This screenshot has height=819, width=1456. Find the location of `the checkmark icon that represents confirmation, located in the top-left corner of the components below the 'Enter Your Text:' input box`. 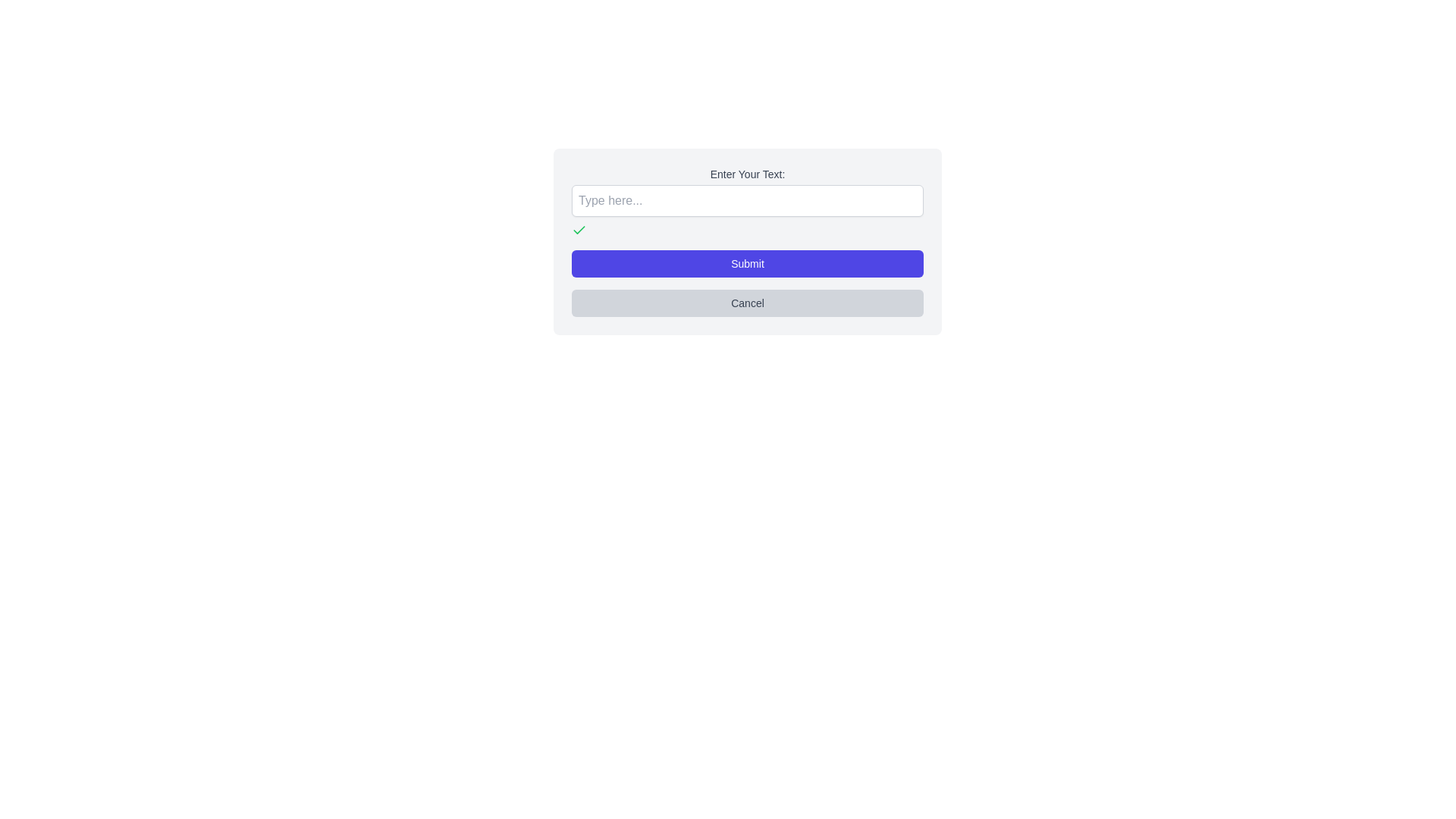

the checkmark icon that represents confirmation, located in the top-left corner of the components below the 'Enter Your Text:' input box is located at coordinates (578, 231).